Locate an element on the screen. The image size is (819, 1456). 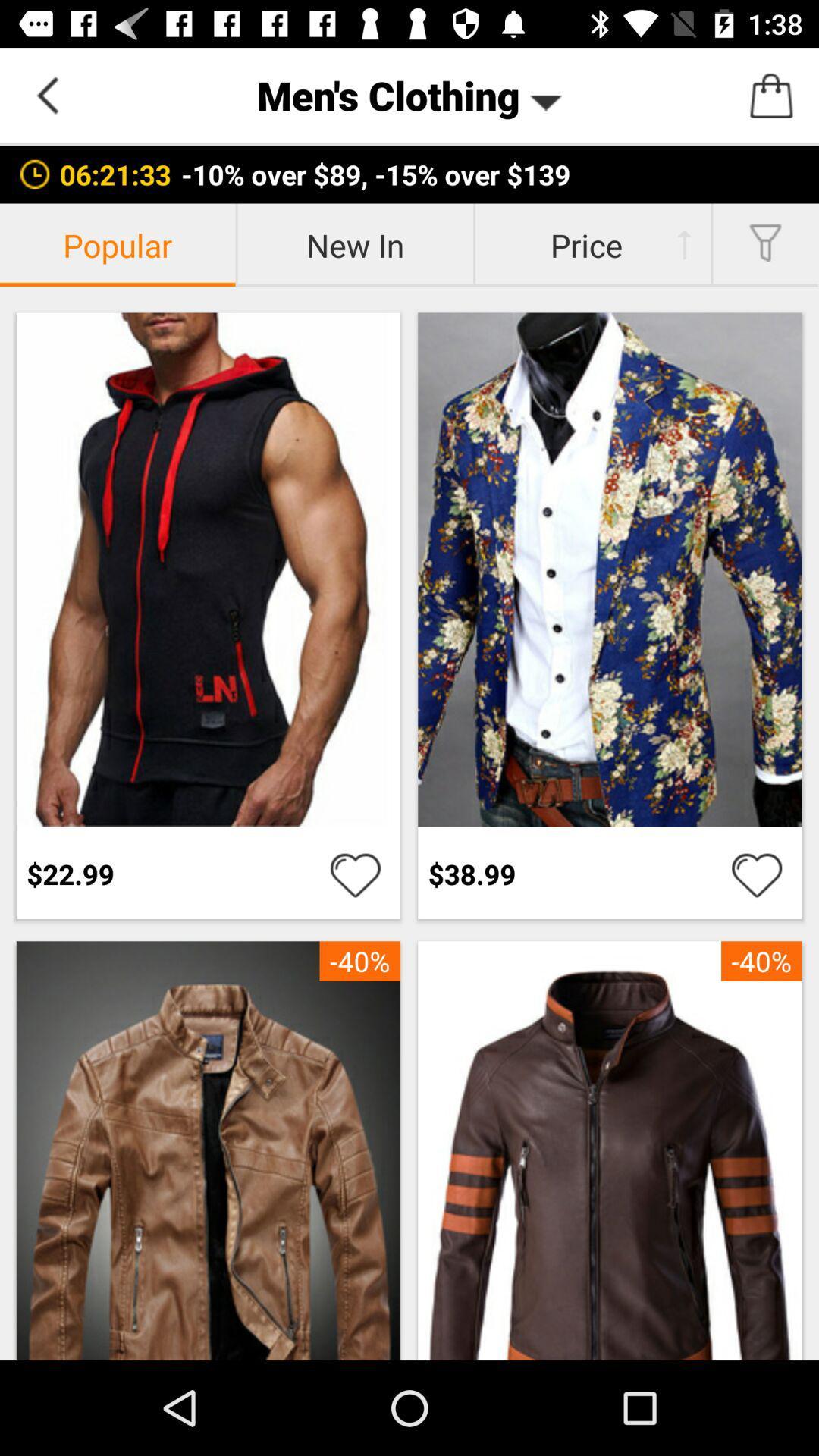
love this item is located at coordinates (757, 874).